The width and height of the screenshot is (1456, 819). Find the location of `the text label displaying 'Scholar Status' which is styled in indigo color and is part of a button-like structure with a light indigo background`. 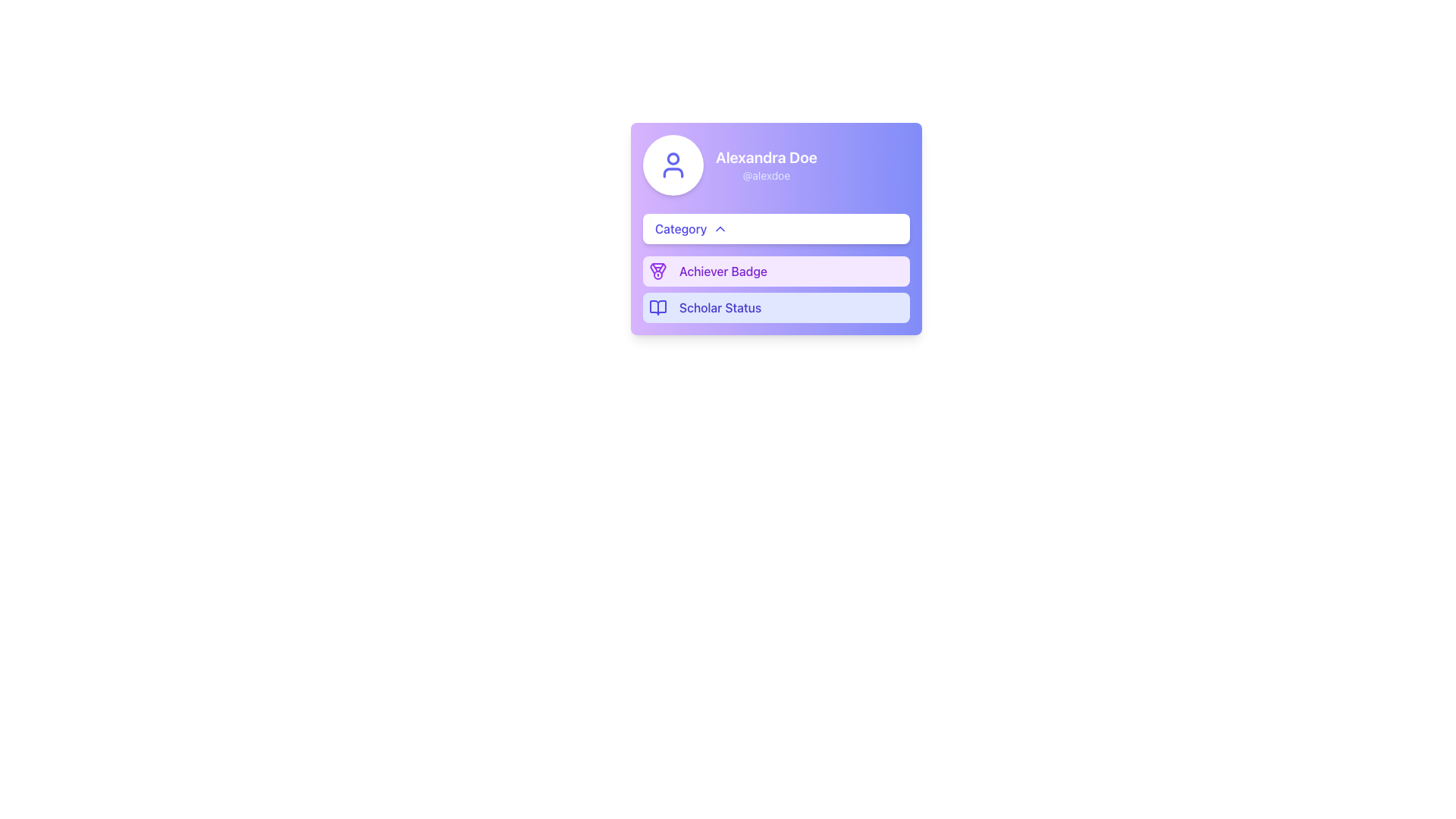

the text label displaying 'Scholar Status' which is styled in indigo color and is part of a button-like structure with a light indigo background is located at coordinates (720, 307).